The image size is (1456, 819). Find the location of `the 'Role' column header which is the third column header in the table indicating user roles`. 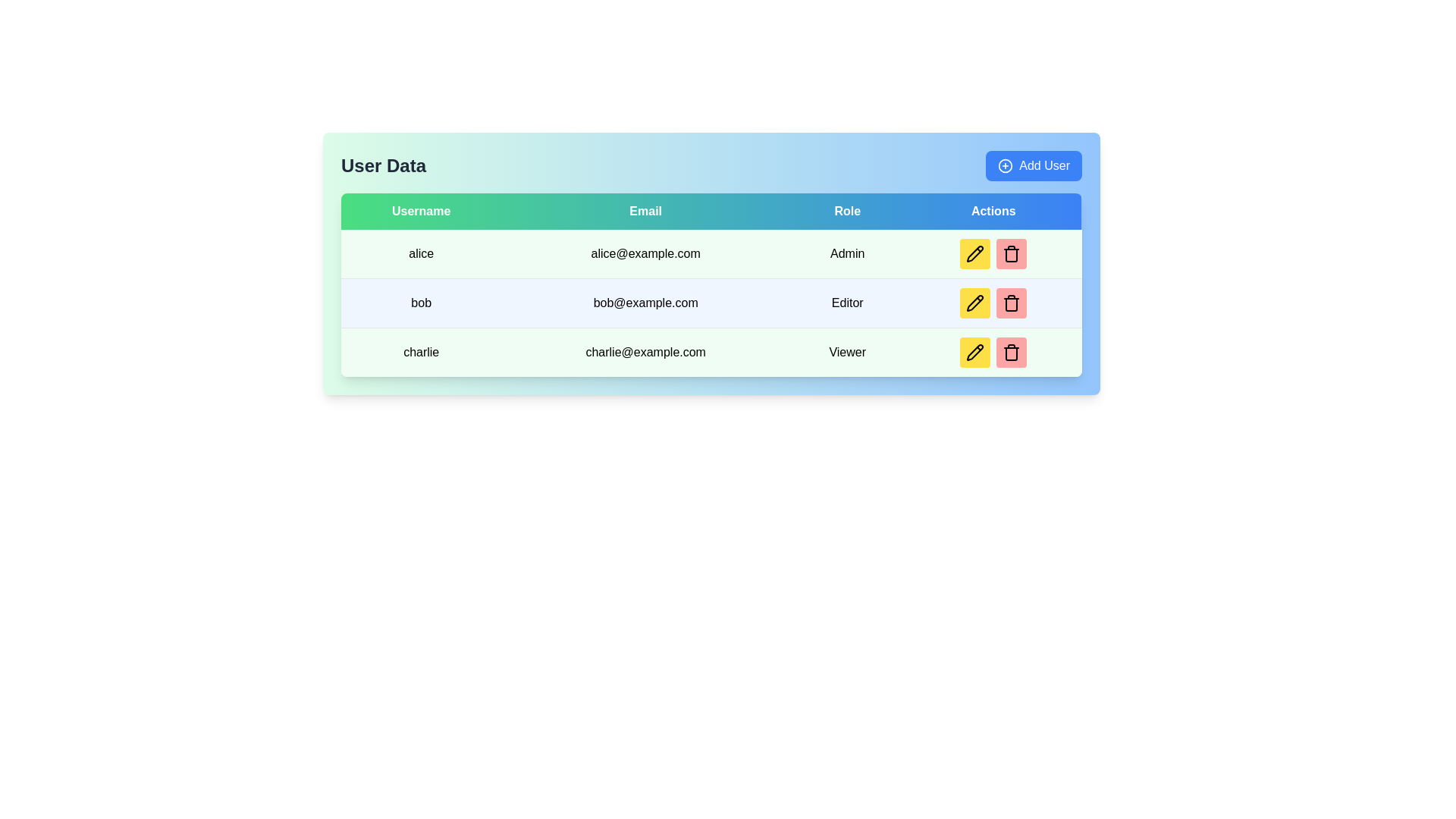

the 'Role' column header which is the third column header in the table indicating user roles is located at coordinates (846, 211).